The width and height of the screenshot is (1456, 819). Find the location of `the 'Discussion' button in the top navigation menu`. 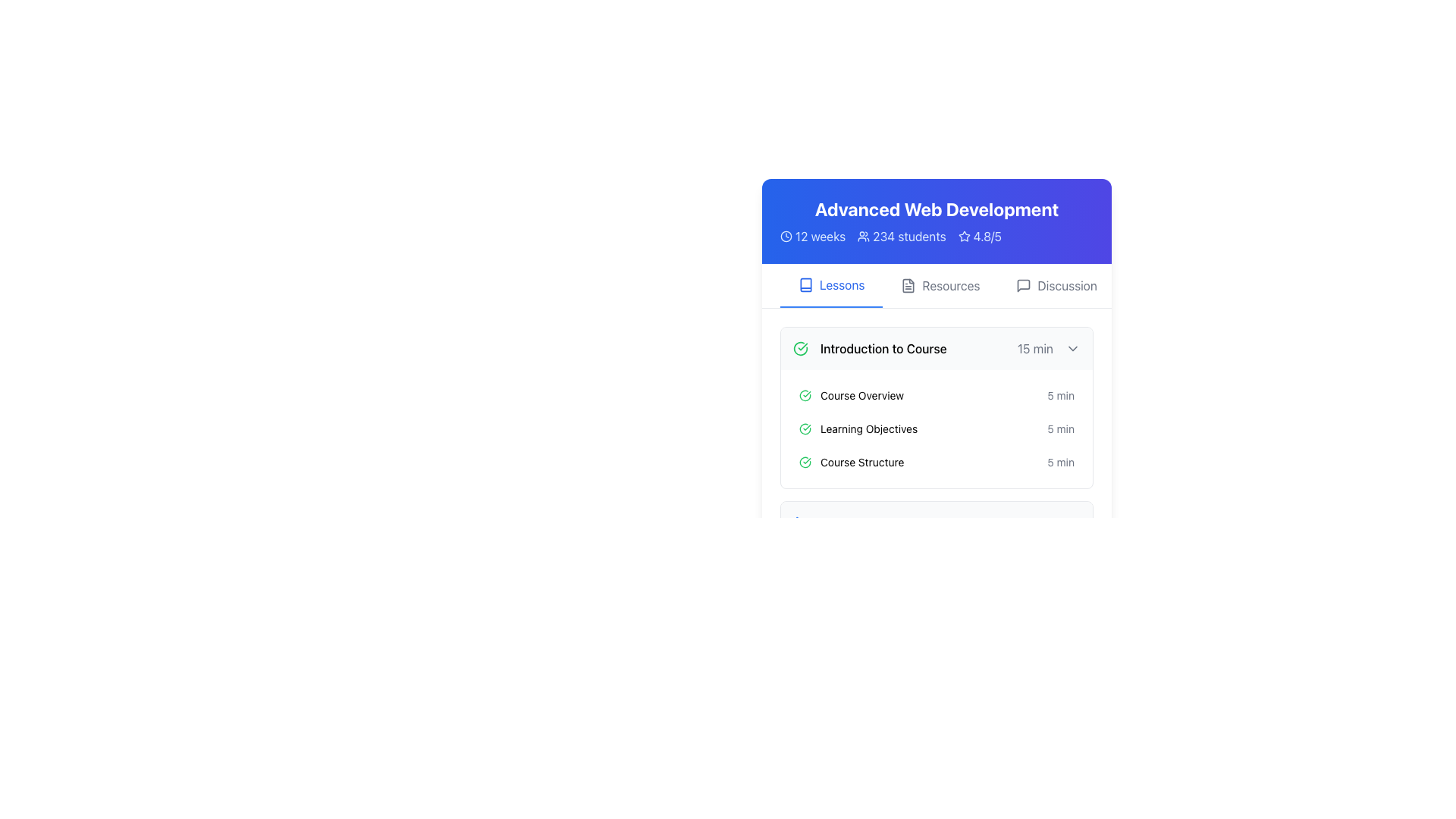

the 'Discussion' button in the top navigation menu is located at coordinates (1056, 286).